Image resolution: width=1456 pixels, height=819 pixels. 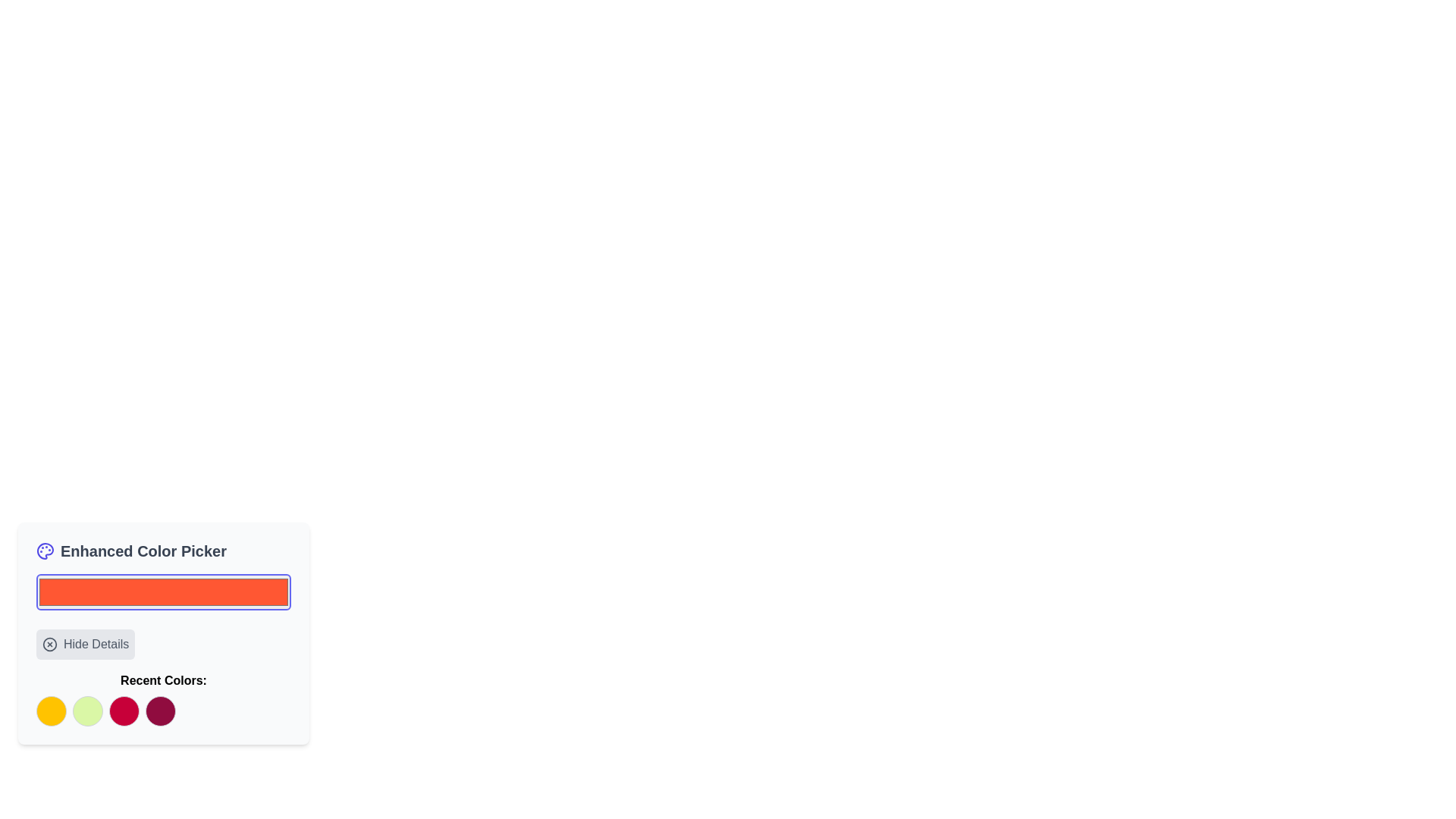 I want to click on the fourth circular color swatch, which is yellow, light green, bright pink, and dark maroon, so click(x=164, y=711).